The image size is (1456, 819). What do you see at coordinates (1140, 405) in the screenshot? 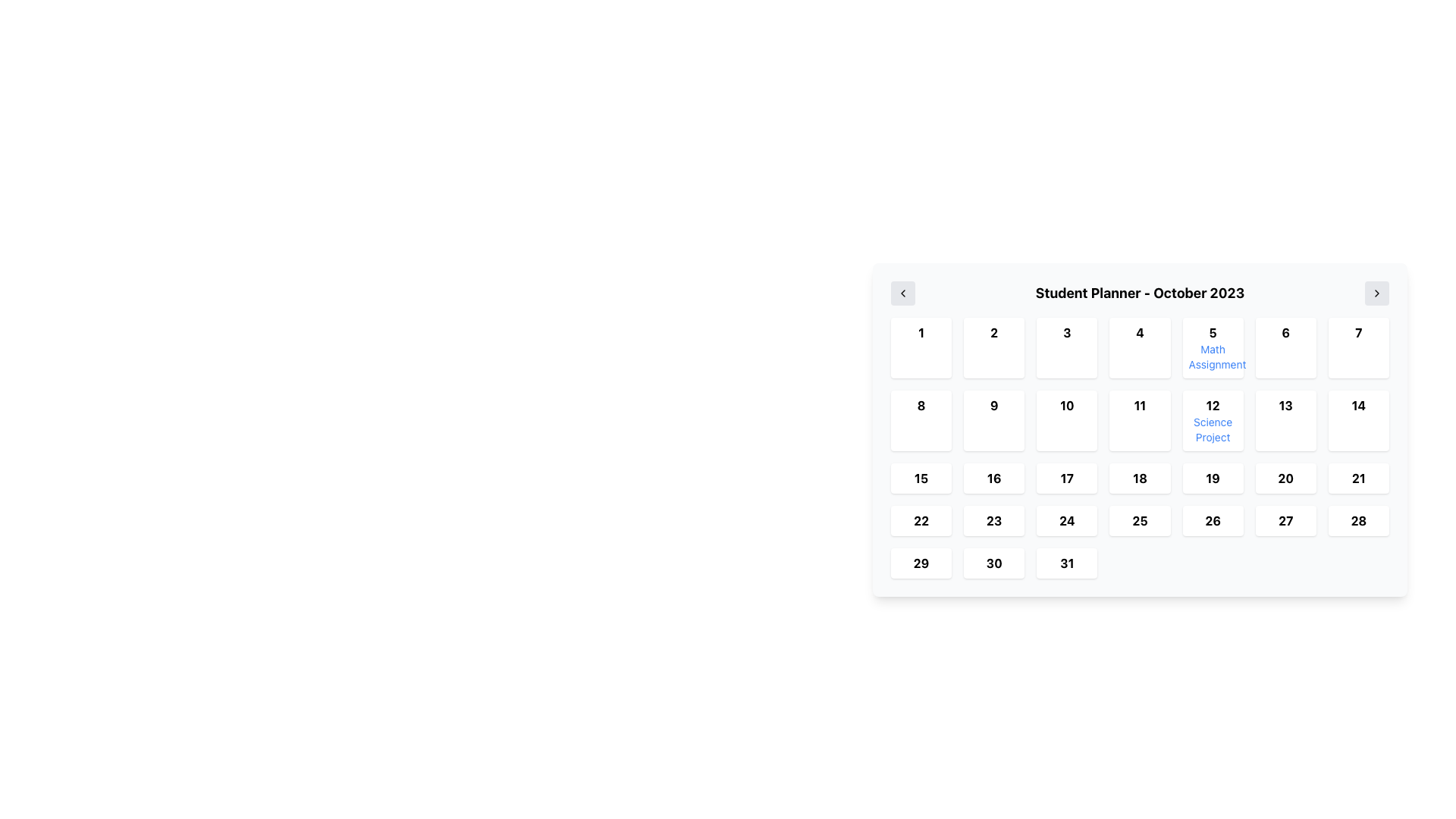
I see `the text label identifying the 11th day of the month in the calendar grid of 'Student Planner - October 2023'` at bounding box center [1140, 405].